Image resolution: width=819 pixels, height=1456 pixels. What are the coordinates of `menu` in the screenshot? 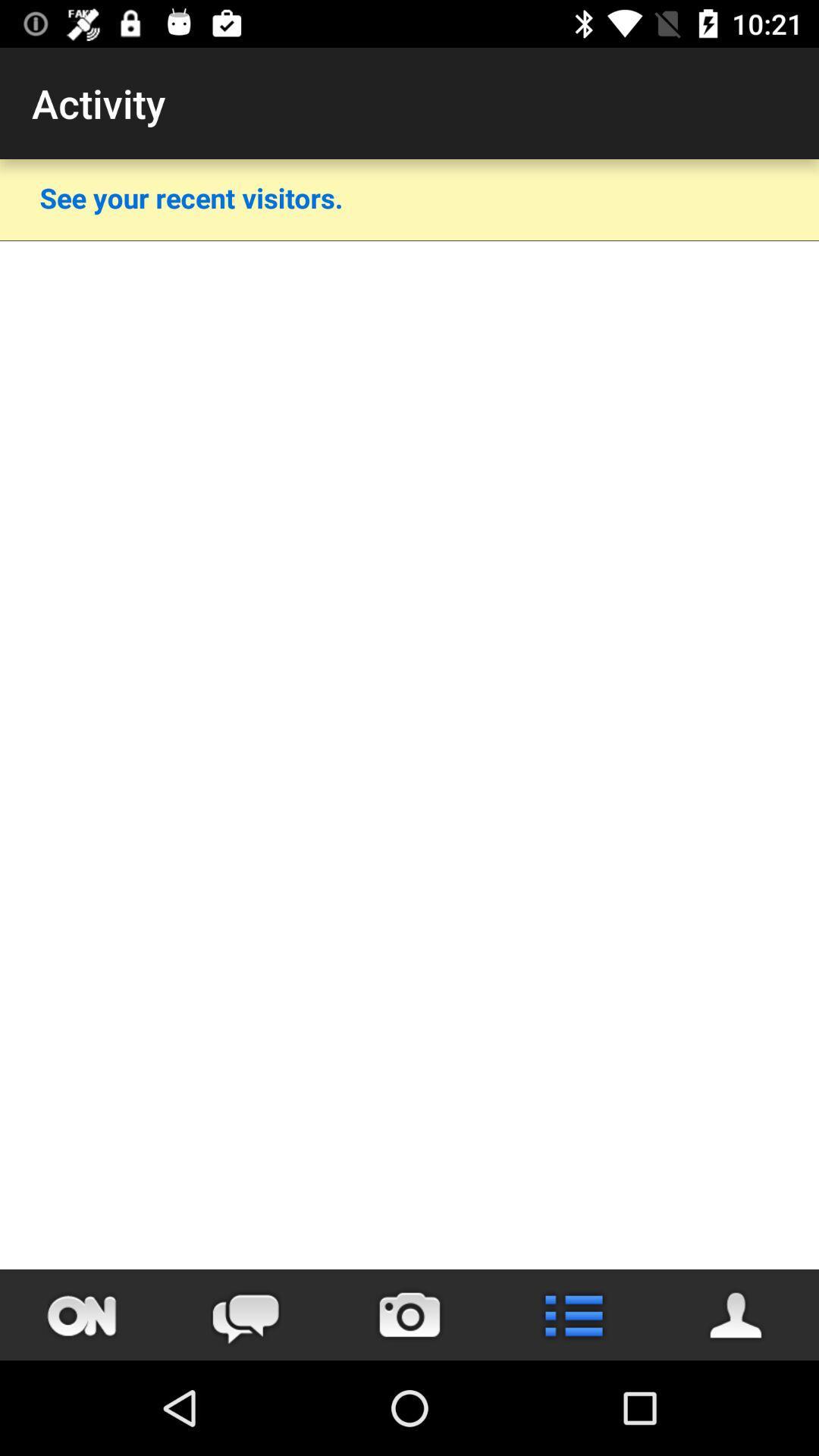 It's located at (573, 1314).